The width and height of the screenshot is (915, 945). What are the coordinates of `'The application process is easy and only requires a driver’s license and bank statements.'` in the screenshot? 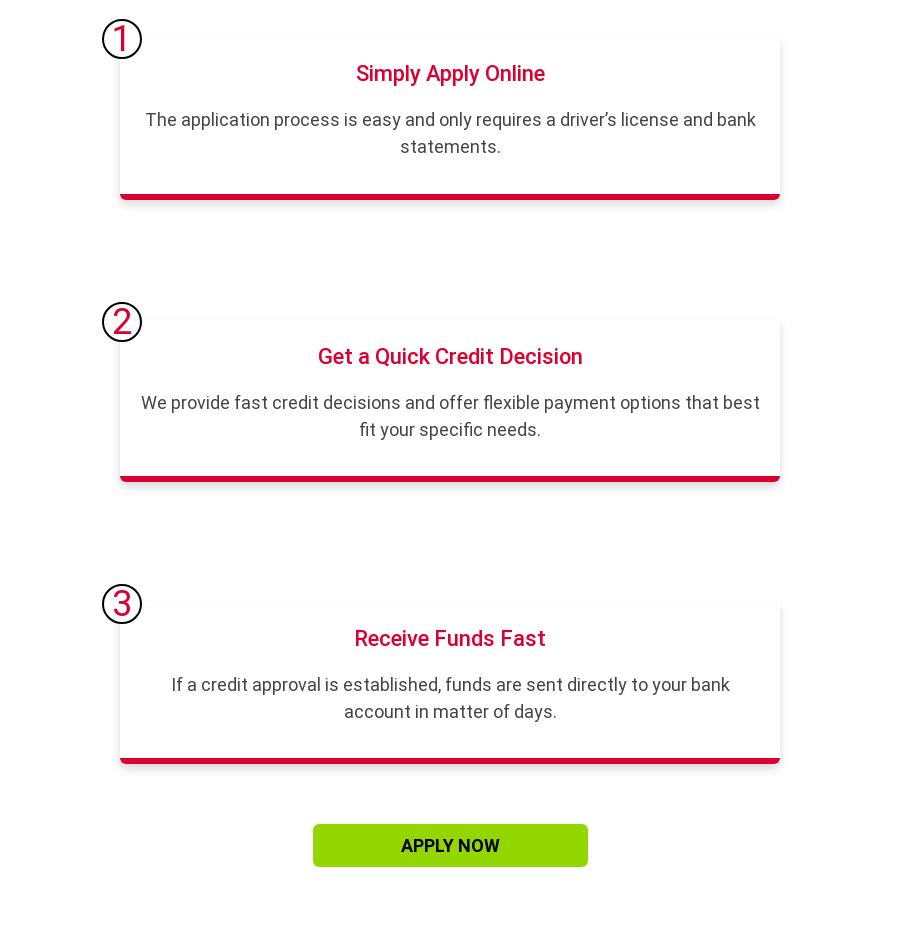 It's located at (449, 131).